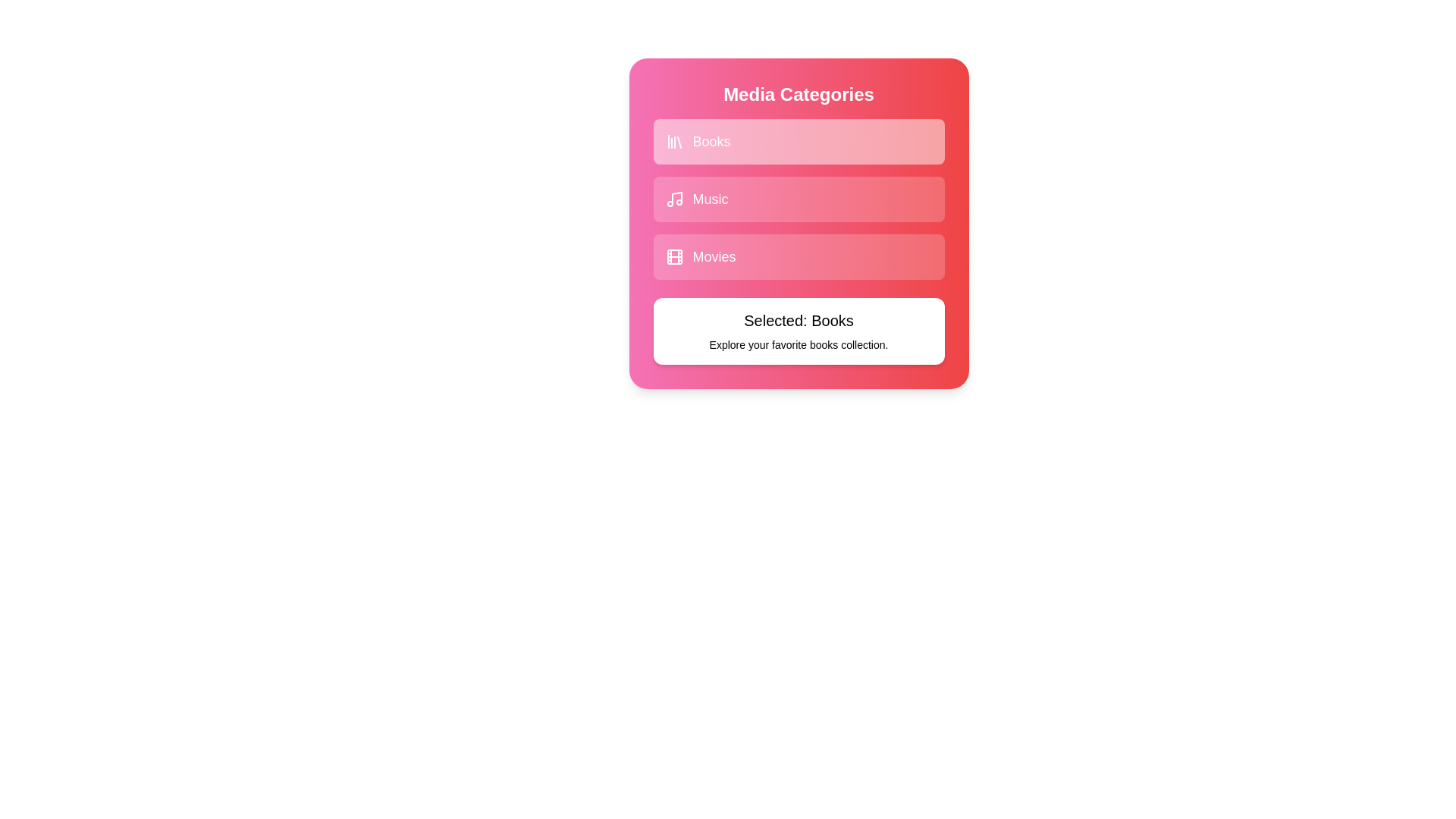  Describe the element at coordinates (798, 141) in the screenshot. I see `the 'Books' category to select it` at that location.